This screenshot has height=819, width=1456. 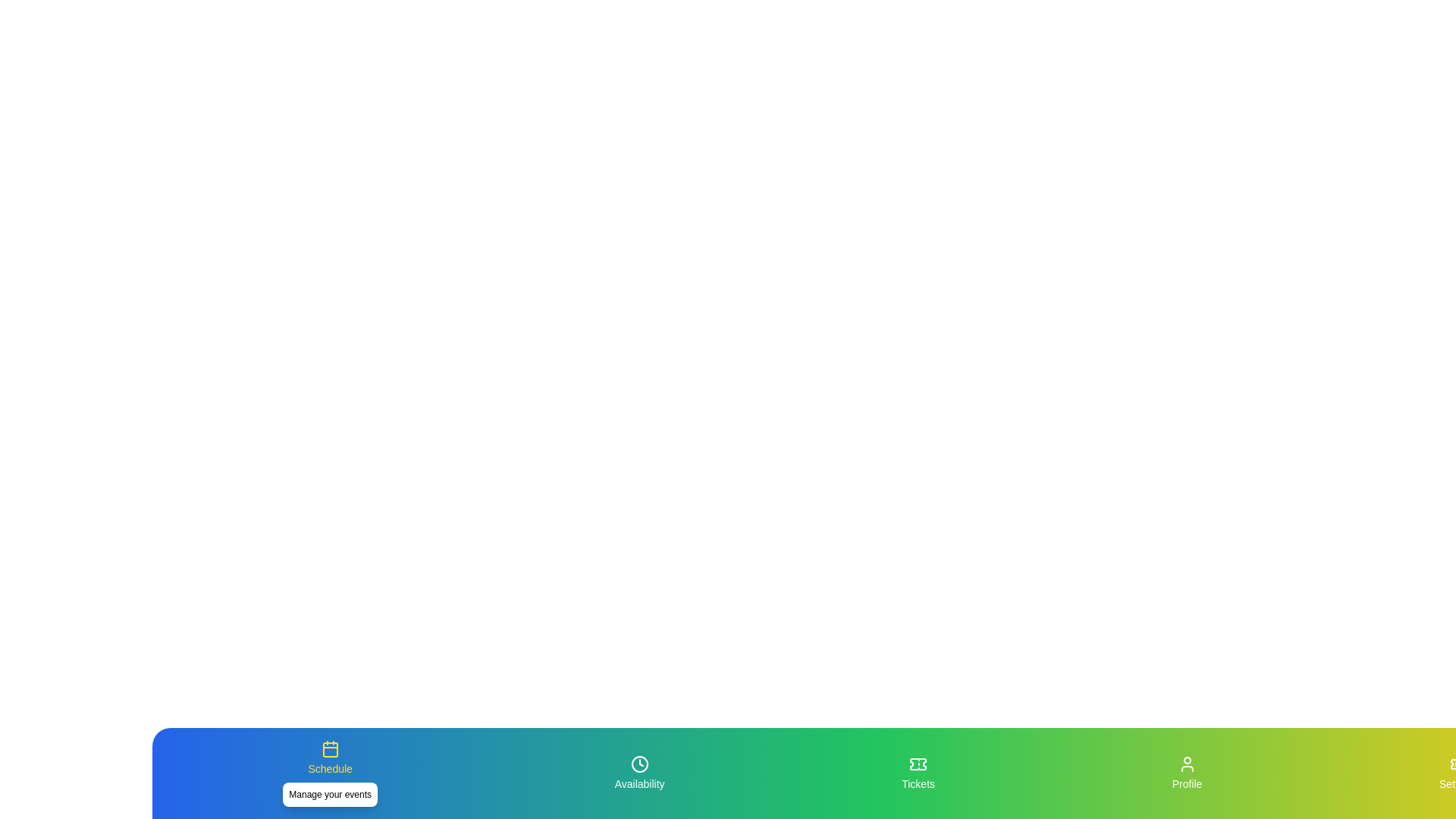 I want to click on the tab labeled 'Profile' to view its description, so click(x=1185, y=773).